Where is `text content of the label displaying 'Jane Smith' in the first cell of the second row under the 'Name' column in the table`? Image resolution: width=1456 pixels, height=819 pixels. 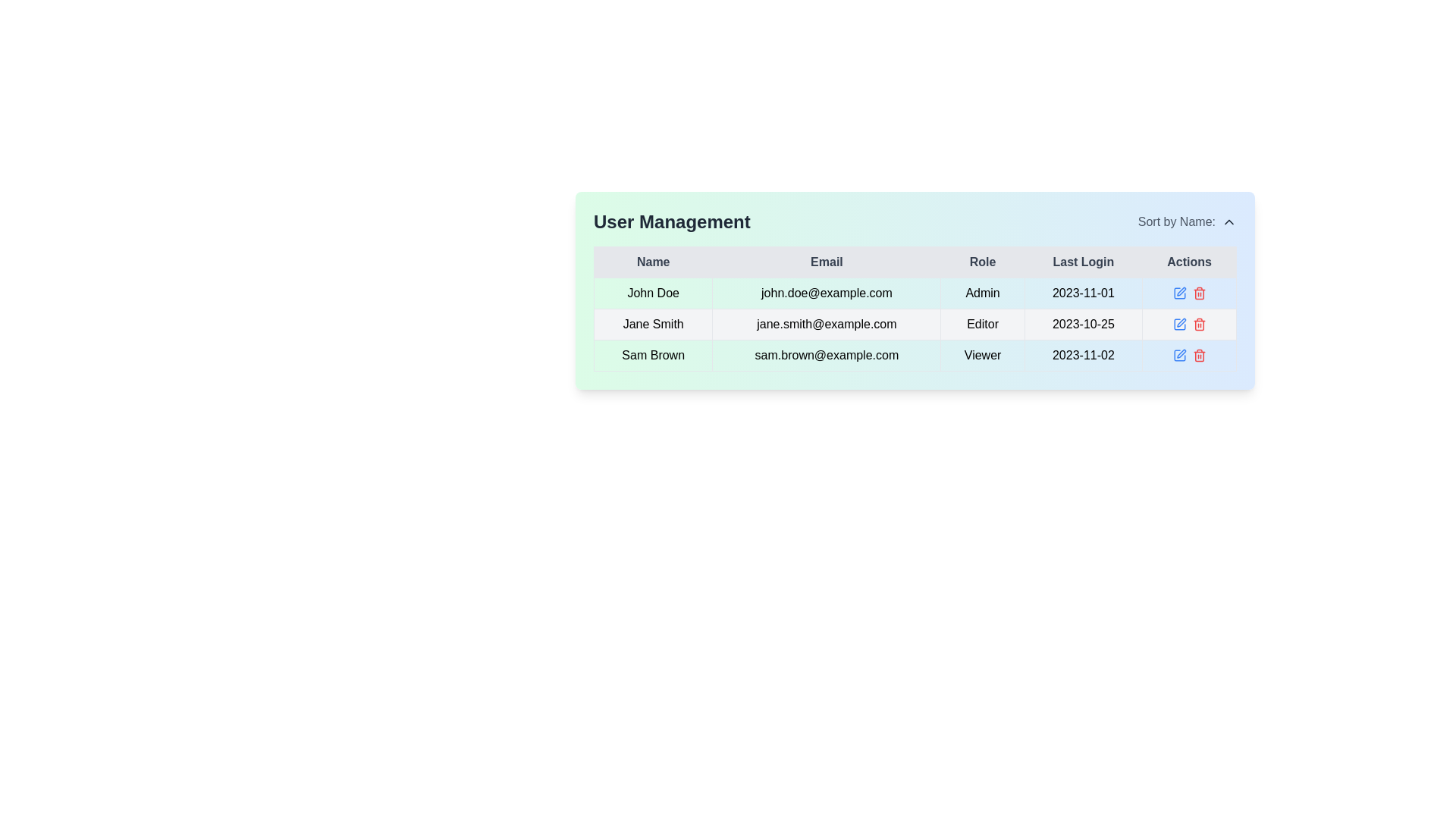 text content of the label displaying 'Jane Smith' in the first cell of the second row under the 'Name' column in the table is located at coordinates (653, 324).